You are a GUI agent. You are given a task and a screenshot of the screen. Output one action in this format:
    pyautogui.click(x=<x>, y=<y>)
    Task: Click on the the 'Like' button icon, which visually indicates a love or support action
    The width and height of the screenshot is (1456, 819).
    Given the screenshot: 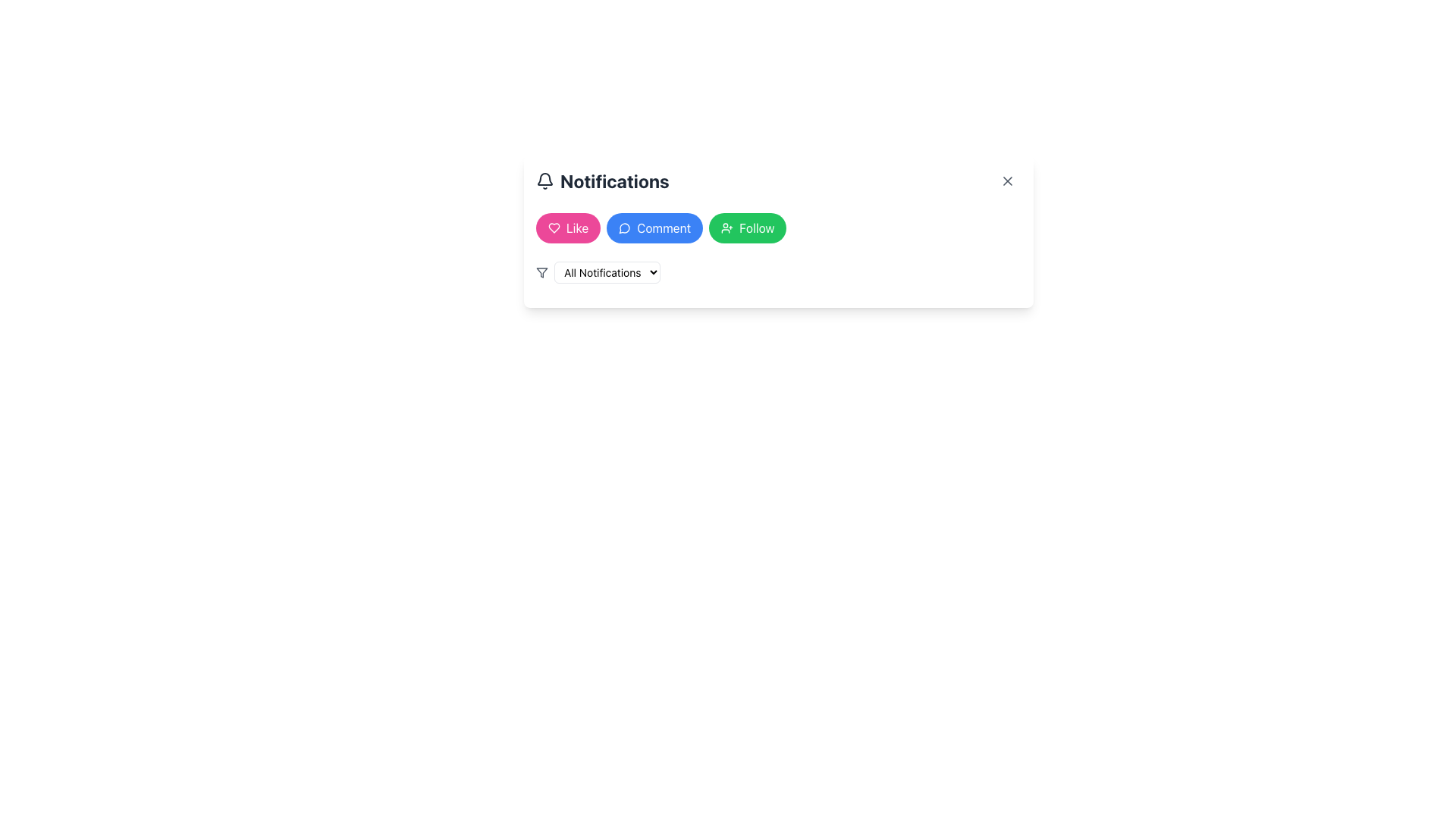 What is the action you would take?
    pyautogui.click(x=553, y=227)
    